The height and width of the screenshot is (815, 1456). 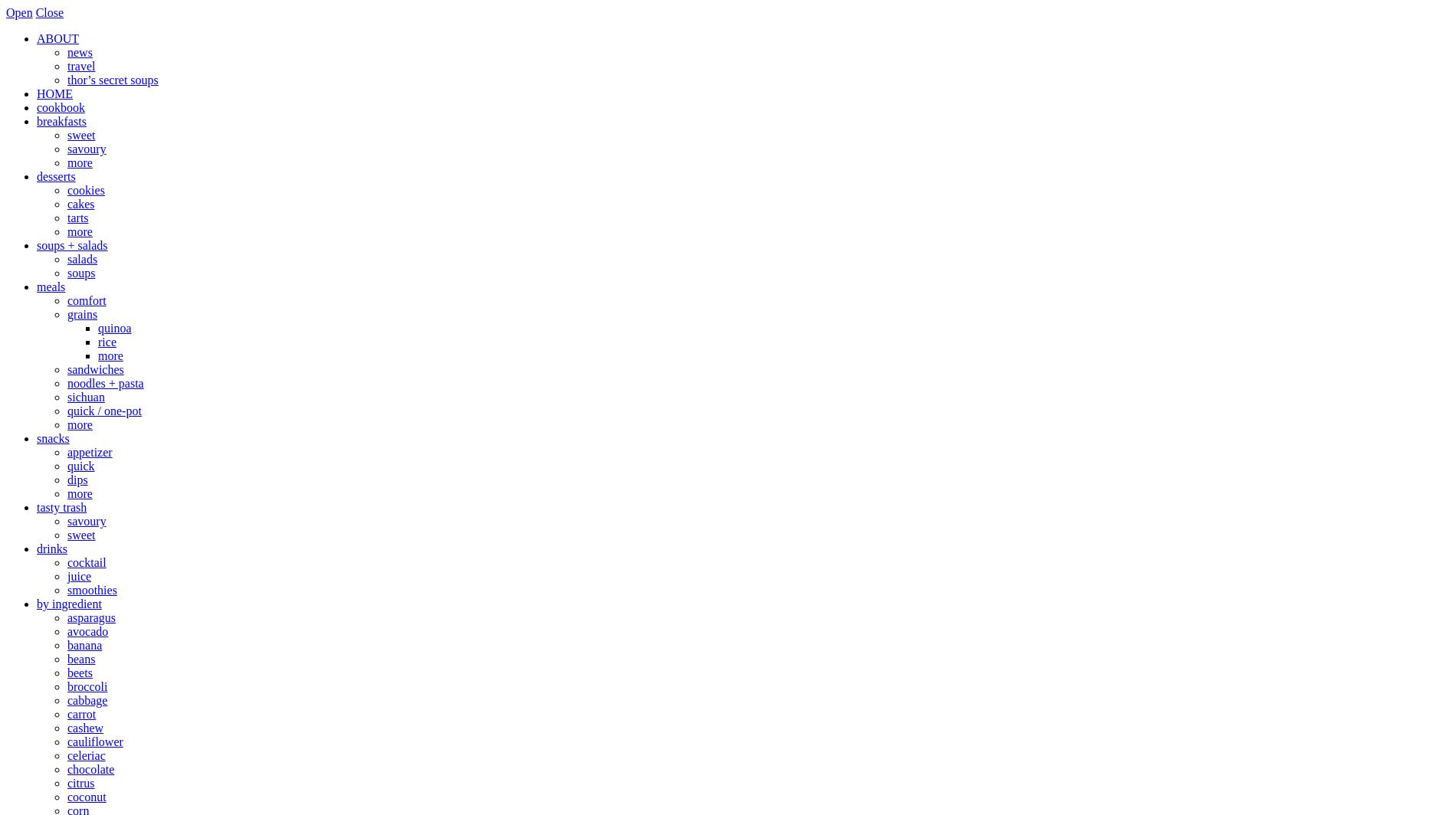 What do you see at coordinates (95, 369) in the screenshot?
I see `'sandwiches'` at bounding box center [95, 369].